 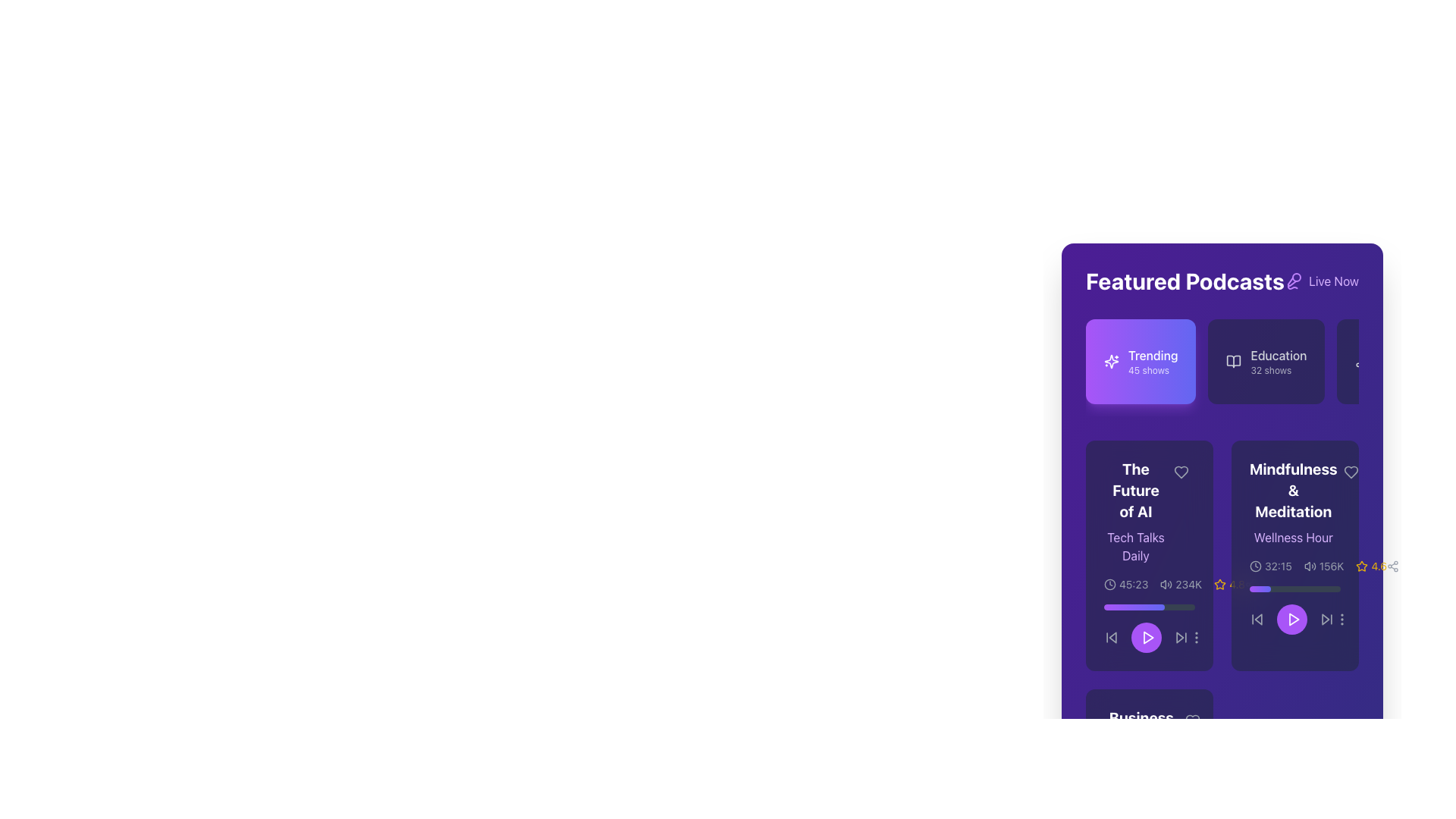 What do you see at coordinates (1181, 472) in the screenshot?
I see `the heart-shaped interactive button icon located on the right side of the podcast card titled 'The Future of AI' in the 'Featured Podcasts' section to visualize any hover effects` at bounding box center [1181, 472].